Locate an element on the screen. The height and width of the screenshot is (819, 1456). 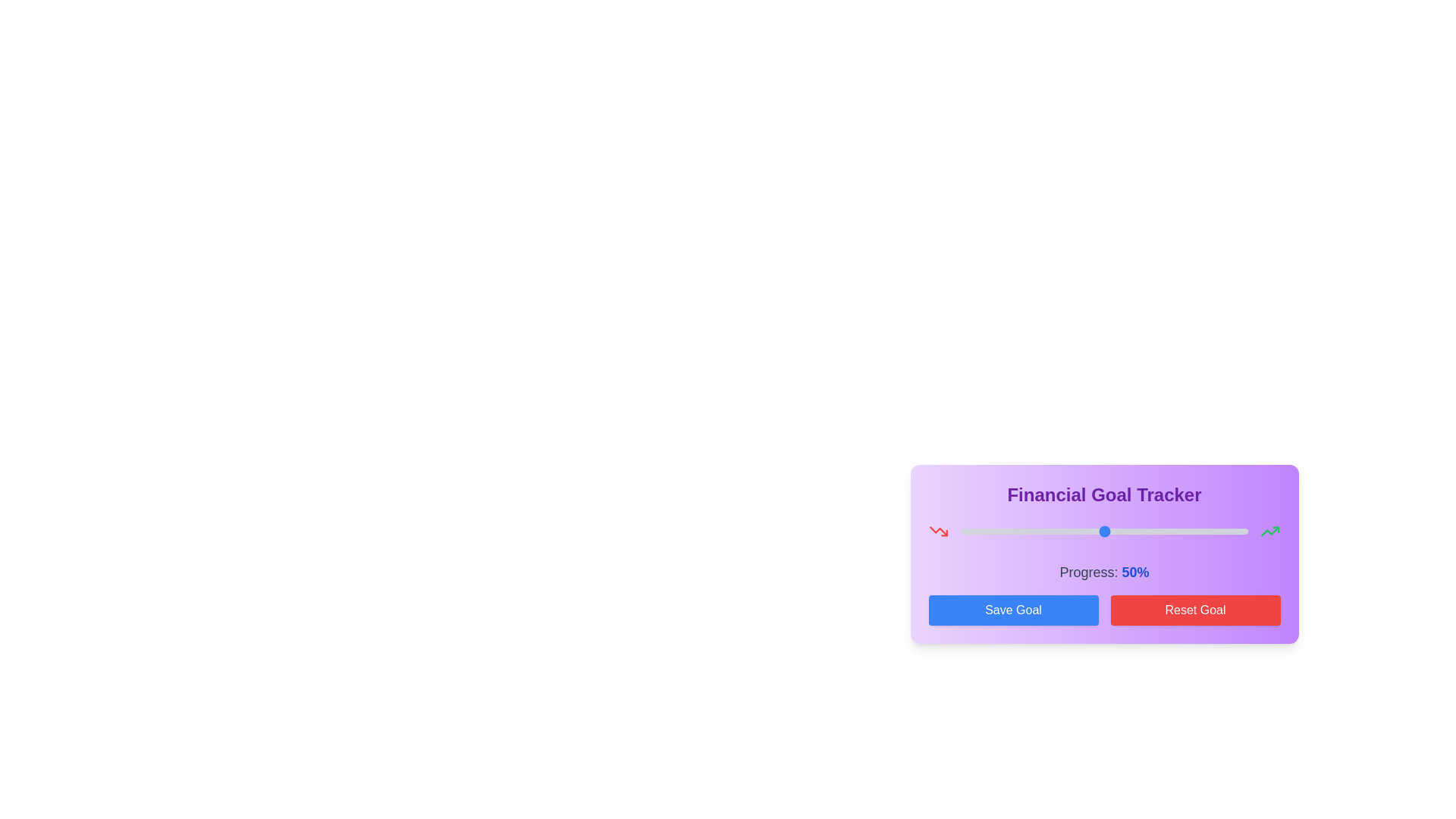
the 'Save Goal' button is located at coordinates (1013, 610).